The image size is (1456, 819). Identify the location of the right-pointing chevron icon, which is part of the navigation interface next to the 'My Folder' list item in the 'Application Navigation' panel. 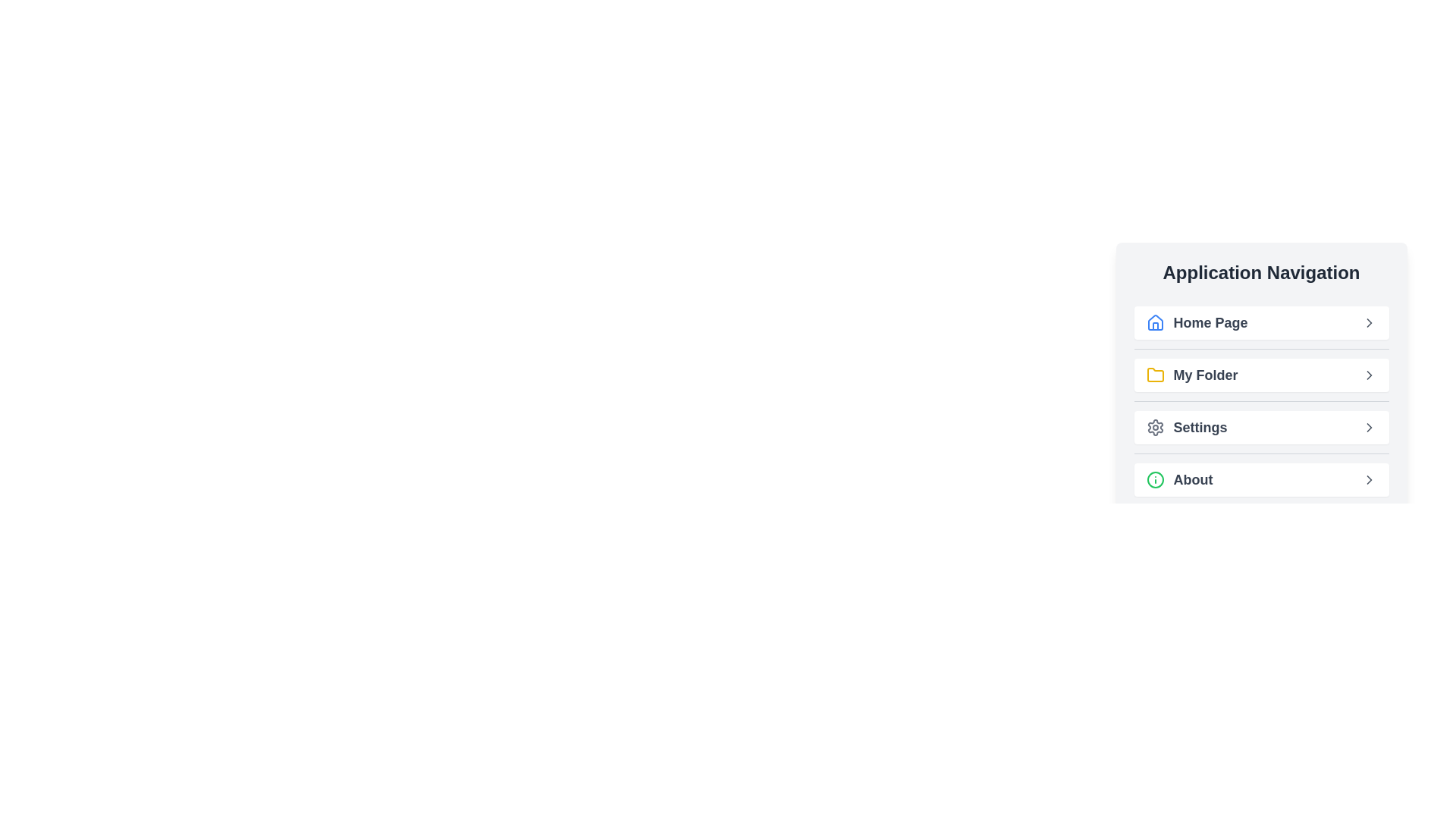
(1369, 375).